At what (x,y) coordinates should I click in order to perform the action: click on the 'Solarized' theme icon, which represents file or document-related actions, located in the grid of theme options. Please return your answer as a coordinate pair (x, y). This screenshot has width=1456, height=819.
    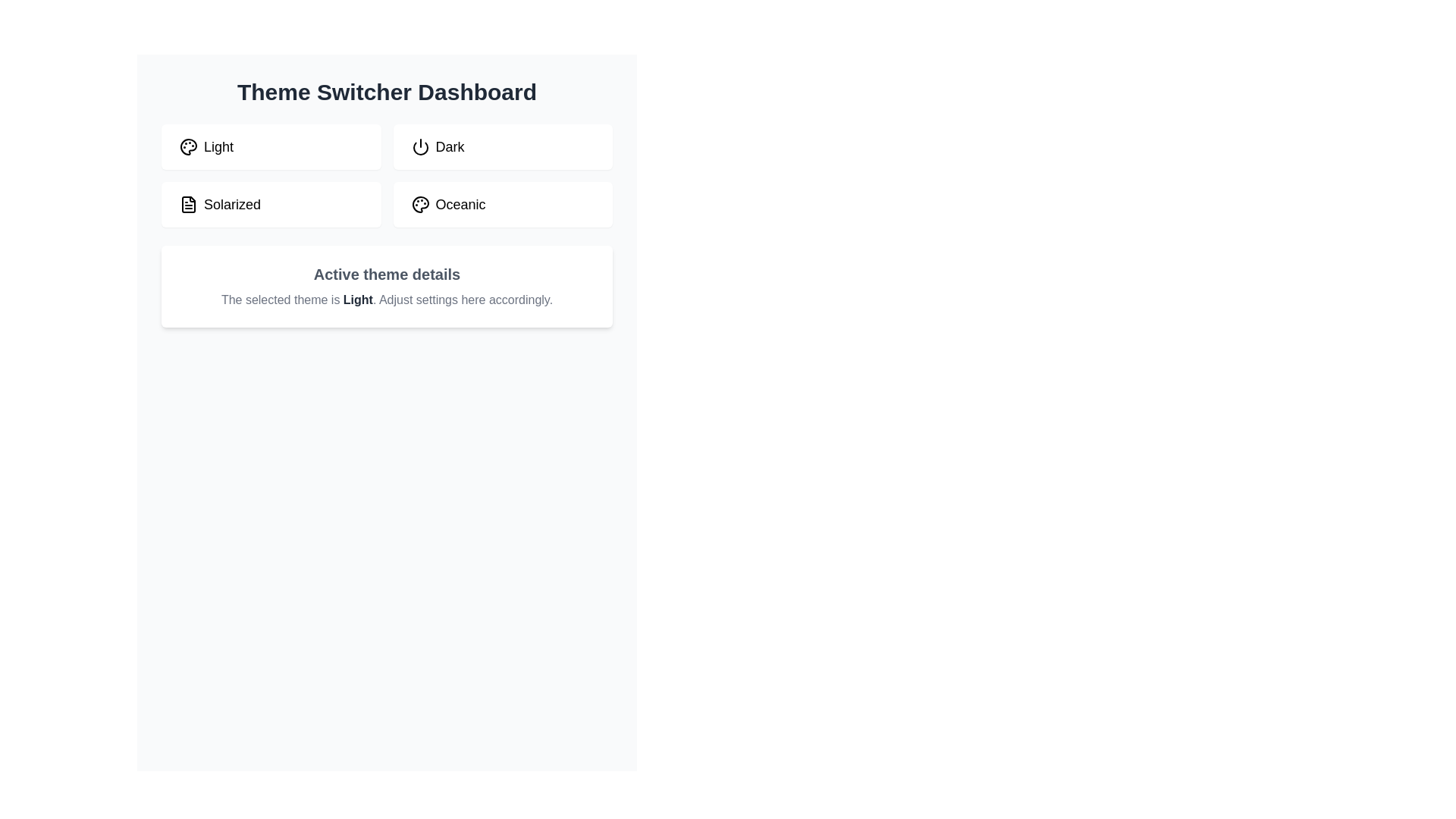
    Looking at the image, I should click on (188, 205).